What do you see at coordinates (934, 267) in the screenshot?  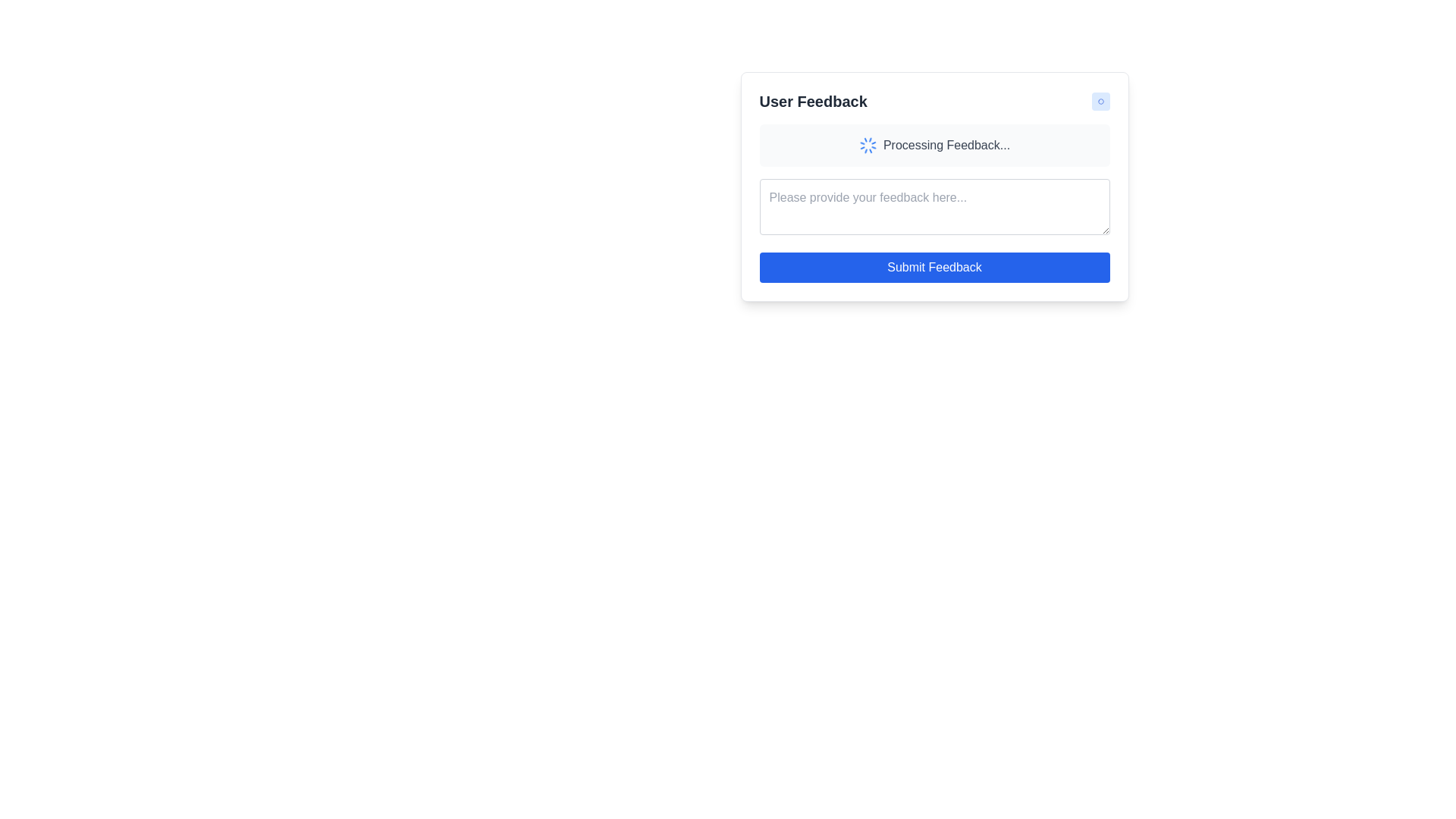 I see `the feedback submission button located at the bottom of the feedback form` at bounding box center [934, 267].